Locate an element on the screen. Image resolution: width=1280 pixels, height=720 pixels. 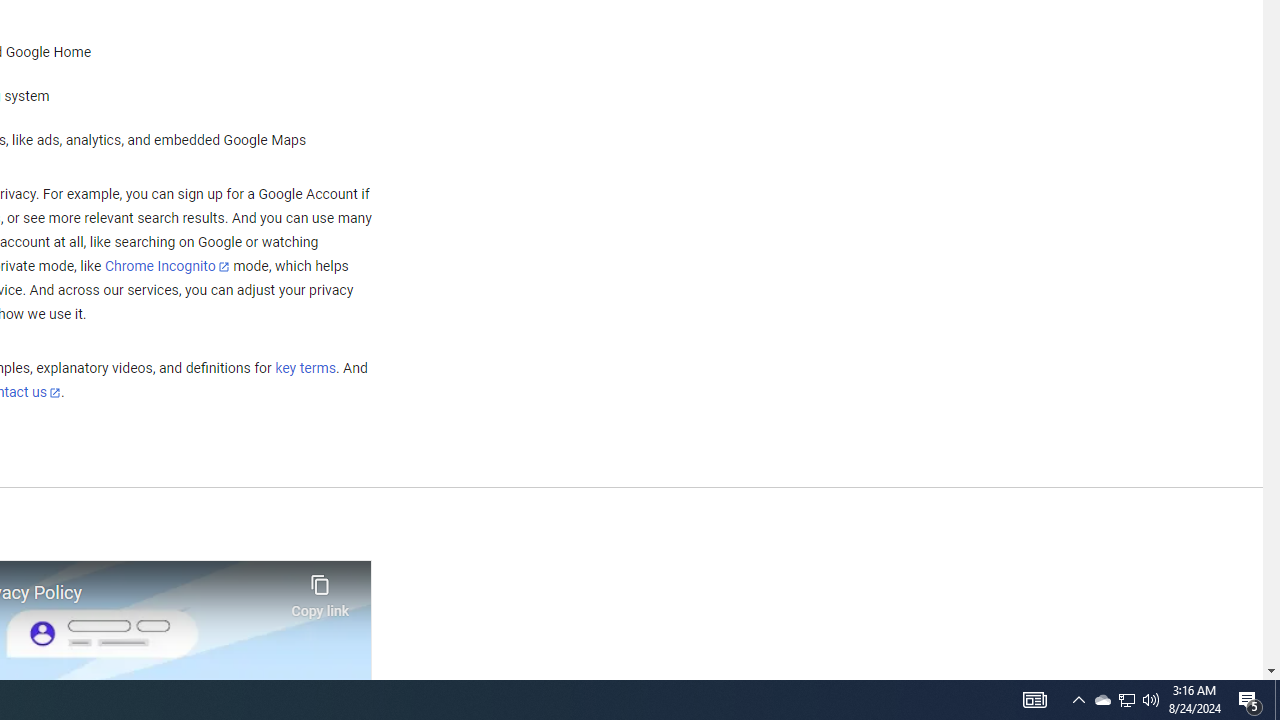
'Copy link' is located at coordinates (320, 590).